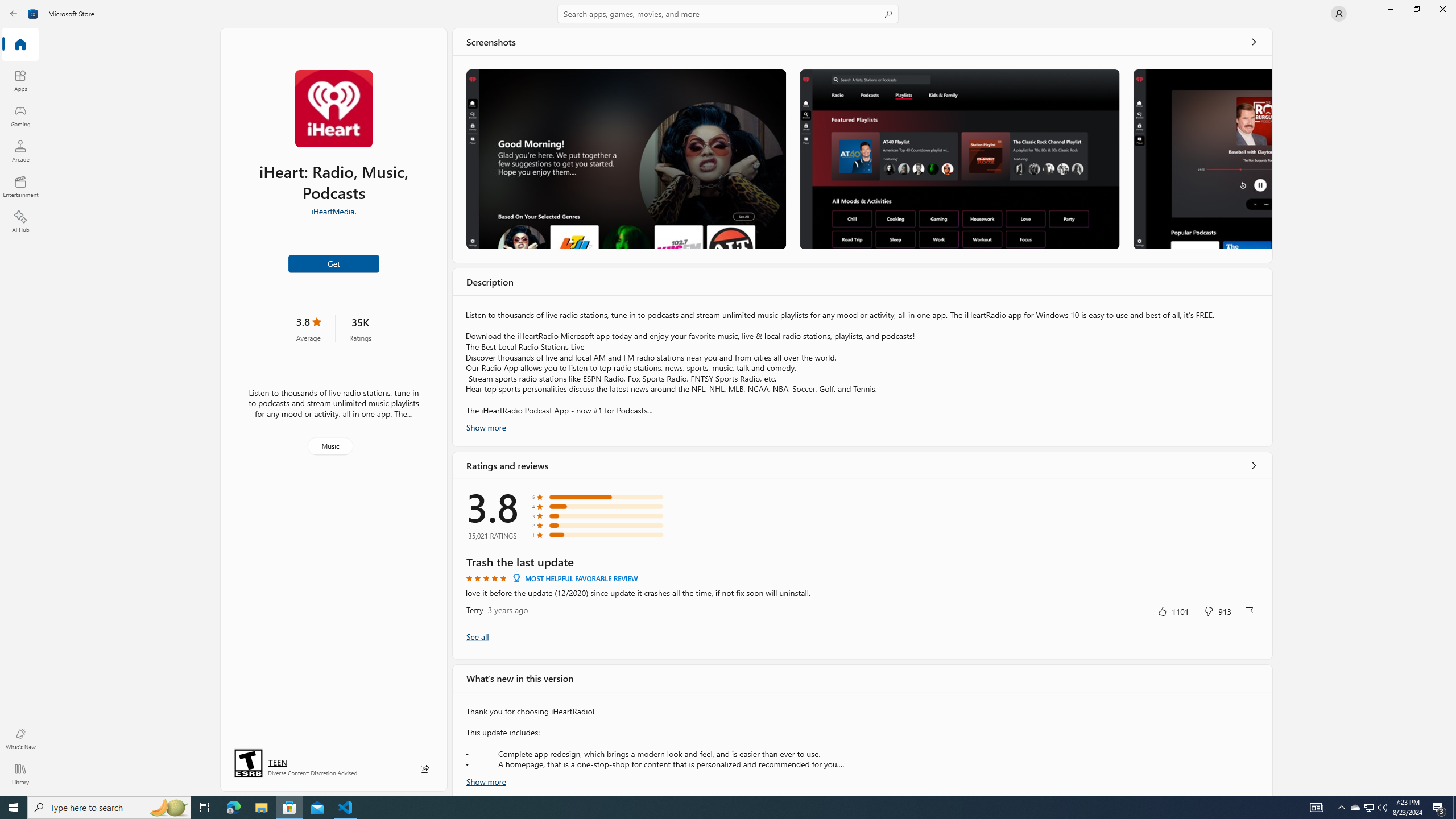  I want to click on 'Home', so click(19, 44).